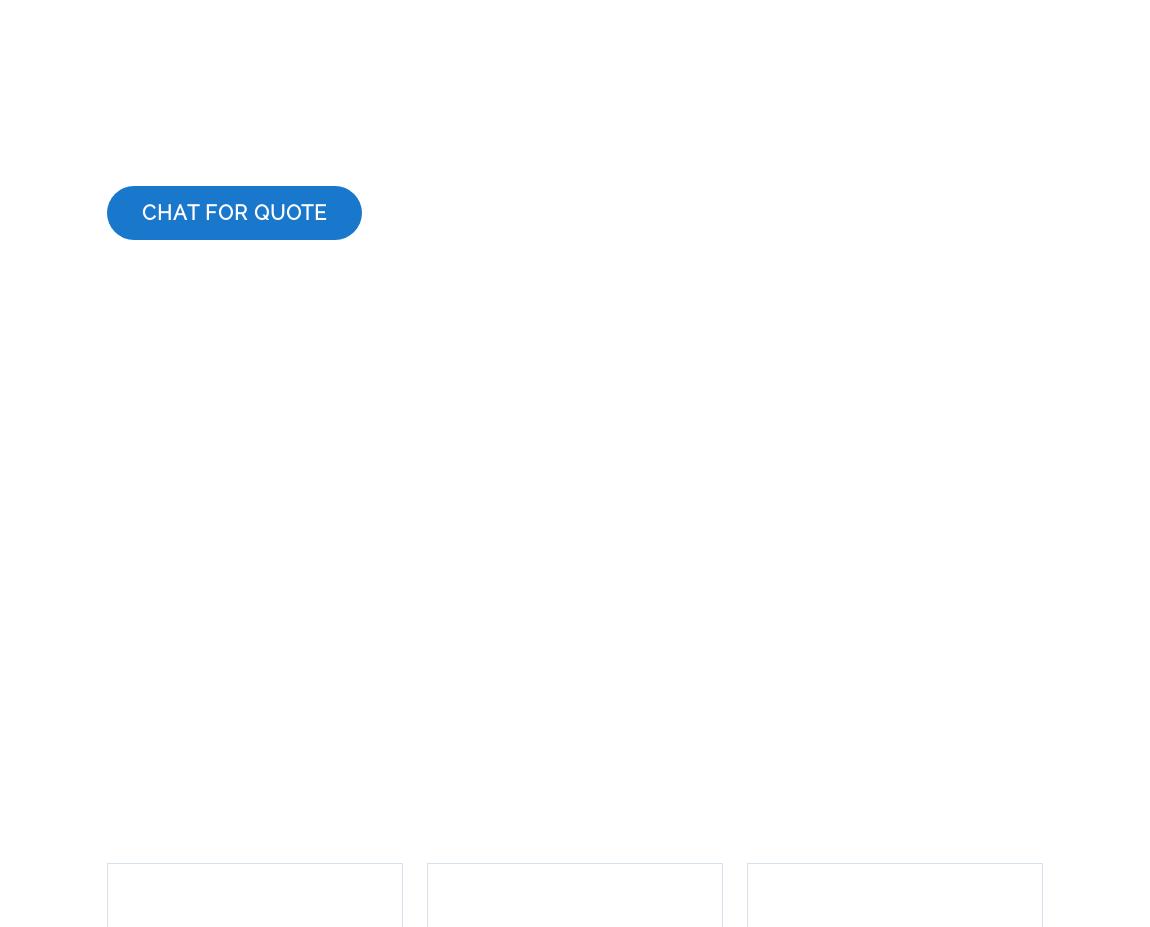 Image resolution: width=1150 pixels, height=927 pixels. Describe the element at coordinates (619, 807) in the screenshot. I see `':  +61-1-8003-57380'` at that location.